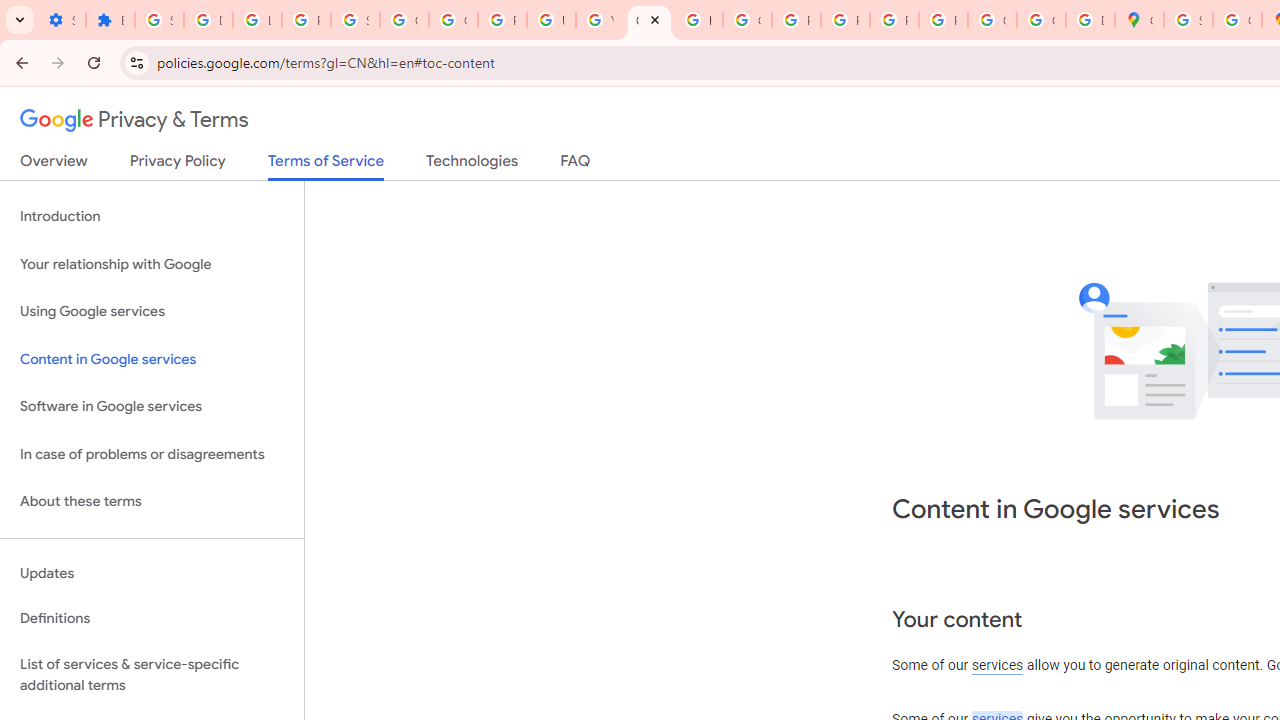  What do you see at coordinates (1236, 20) in the screenshot?
I see `'Create your Google Account'` at bounding box center [1236, 20].